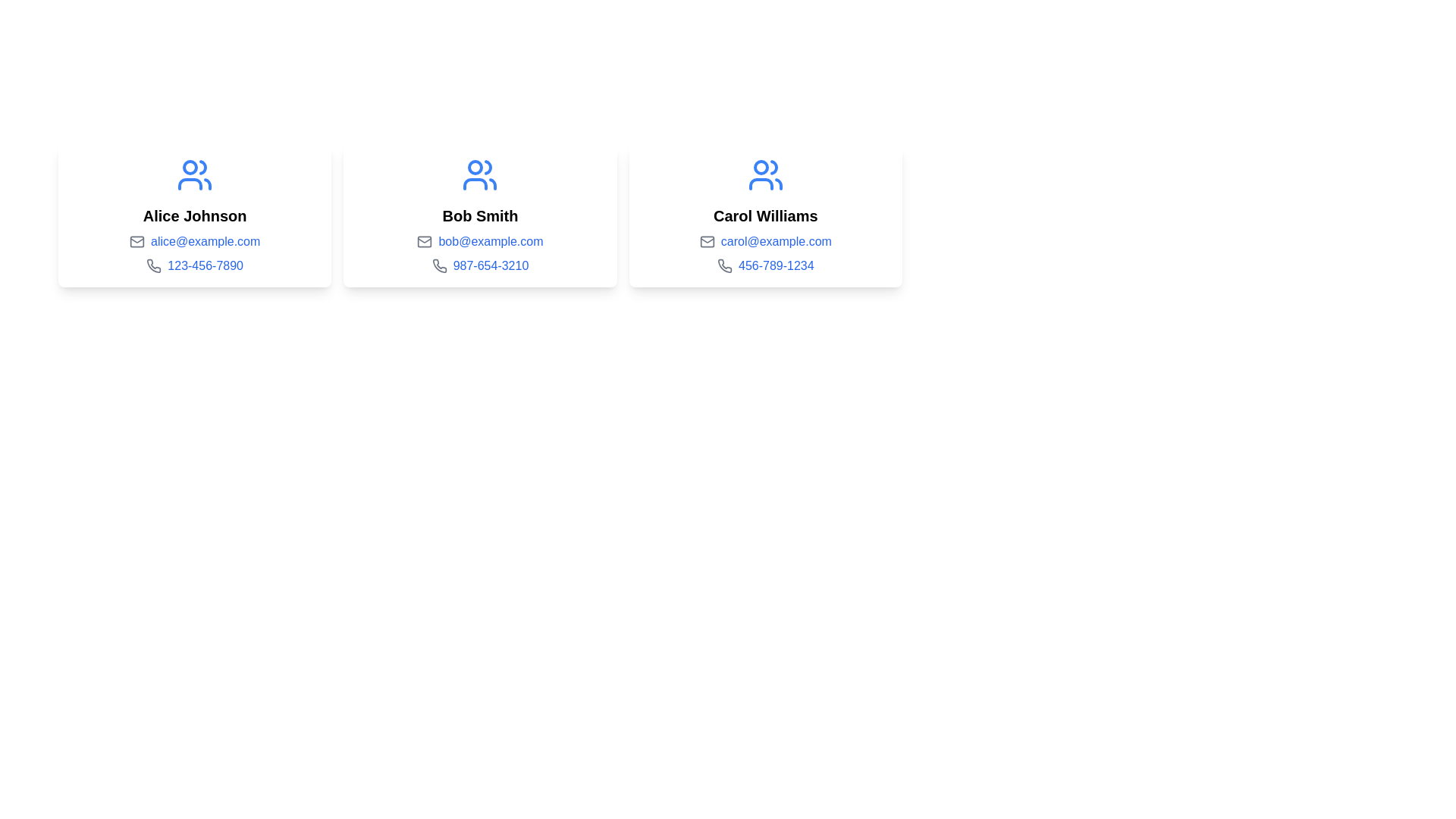 The width and height of the screenshot is (1456, 819). What do you see at coordinates (776, 265) in the screenshot?
I see `the hyperlinked phone number '456-789-1234' in blue text under the 'Carol Williams' card` at bounding box center [776, 265].